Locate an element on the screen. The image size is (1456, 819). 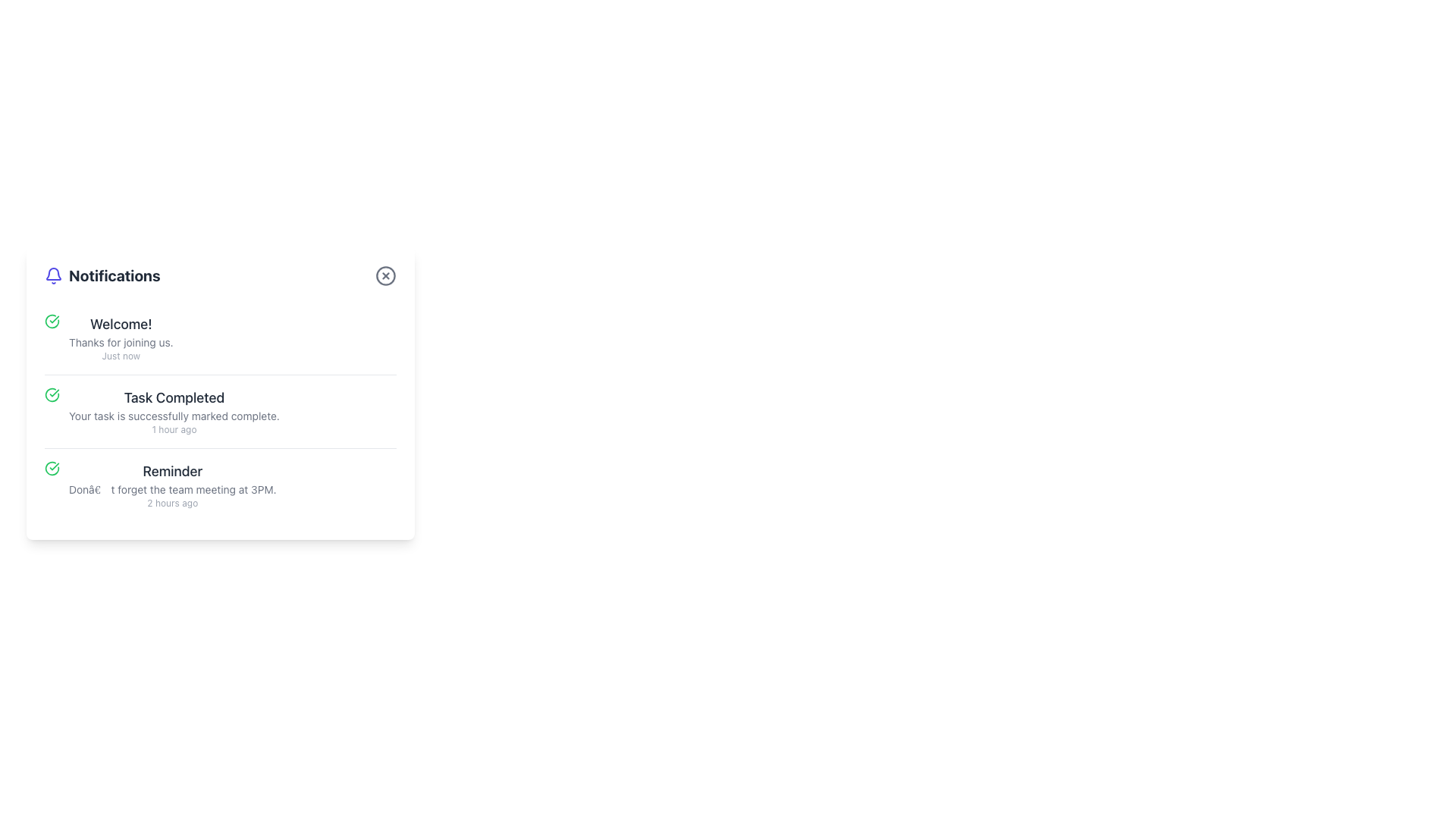
the timestamp text label that provides information on the creation or update time of the associated notification, located at the bottom of the notification card is located at coordinates (120, 356).